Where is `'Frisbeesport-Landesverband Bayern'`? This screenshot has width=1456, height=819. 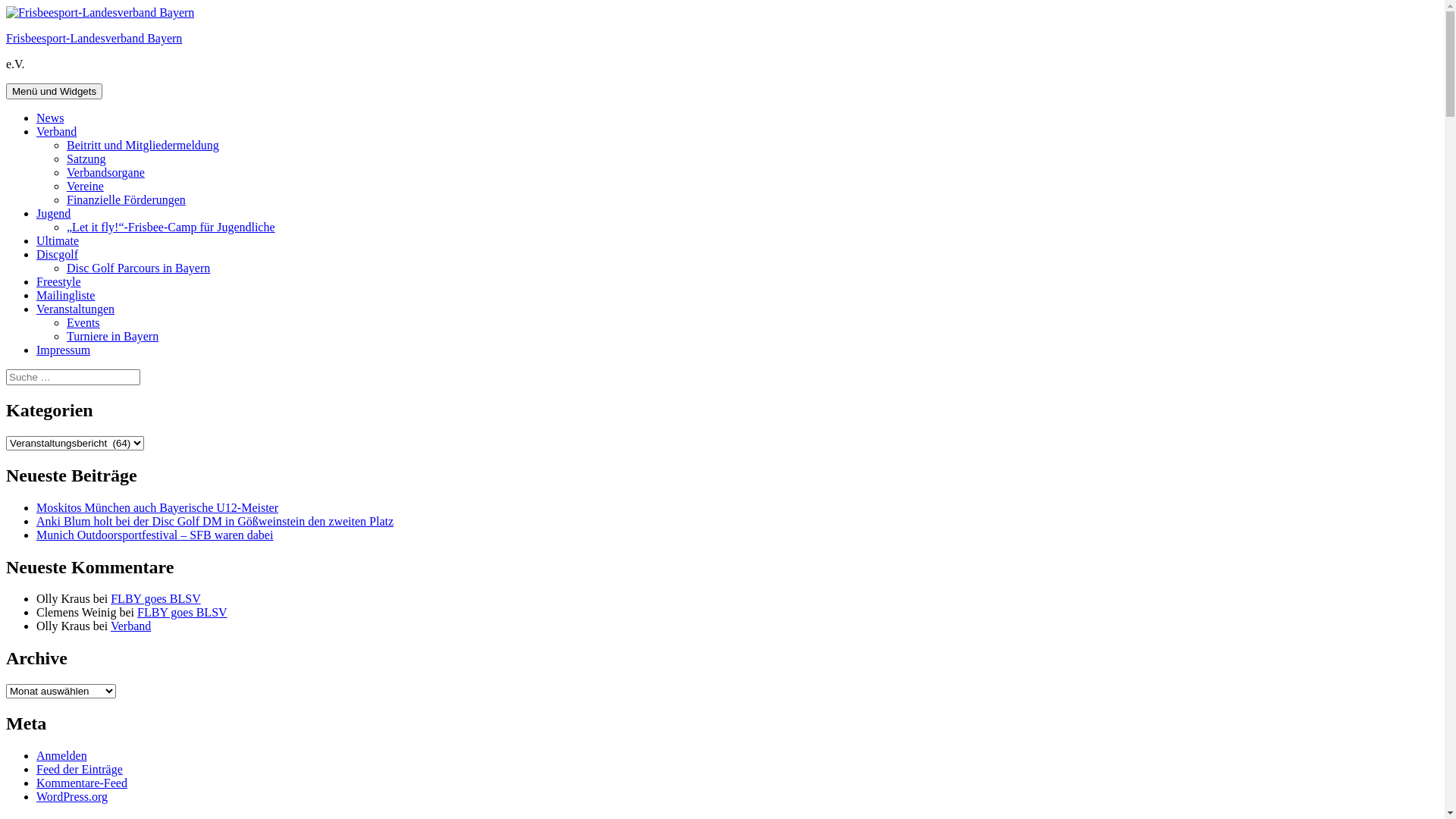
'Frisbeesport-Landesverband Bayern' is located at coordinates (93, 37).